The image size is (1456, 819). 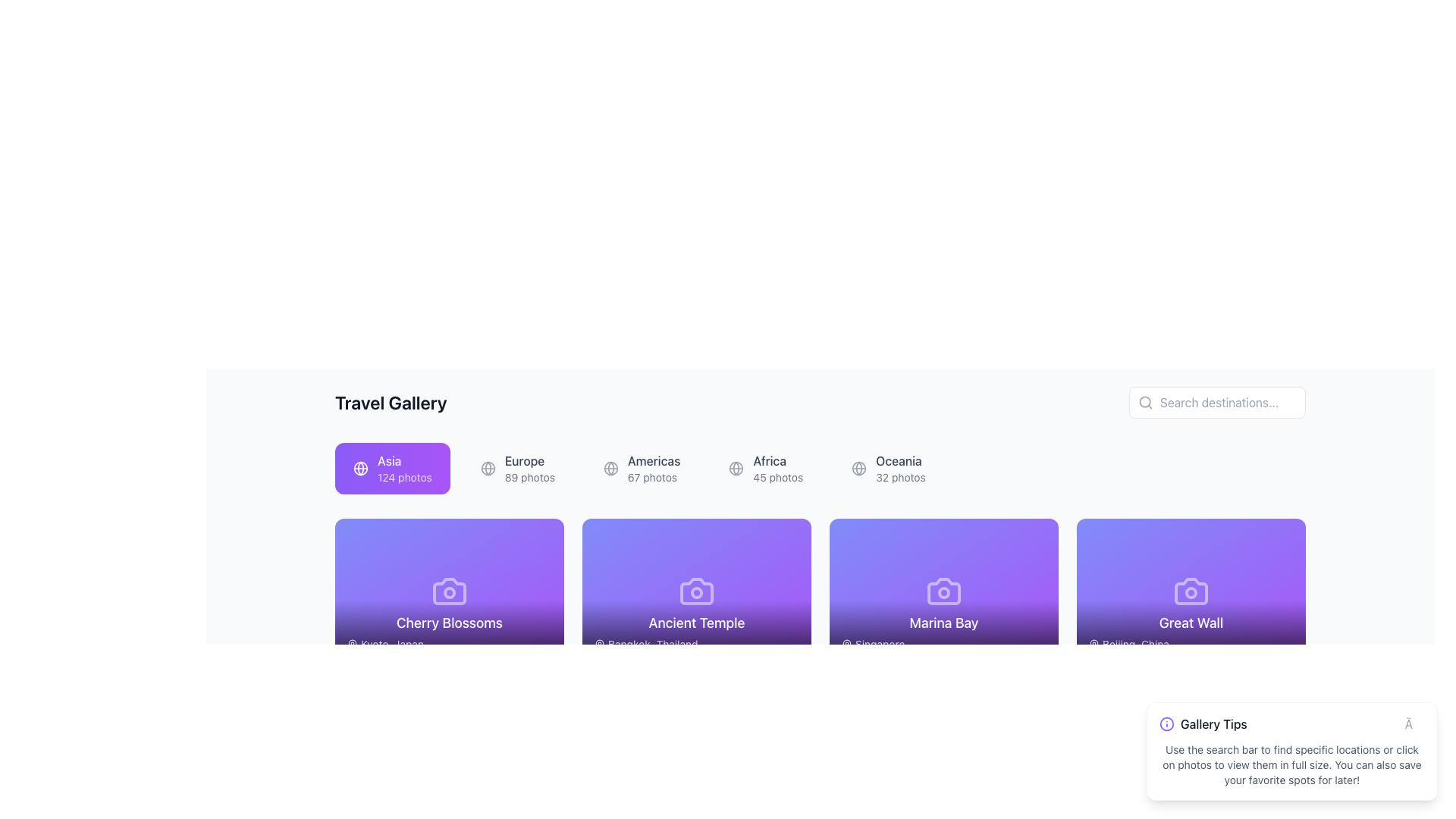 I want to click on a button in the navigation menu located beneath the 'Travel Gallery' header to navigate to a different photo gallery, so click(x=819, y=467).